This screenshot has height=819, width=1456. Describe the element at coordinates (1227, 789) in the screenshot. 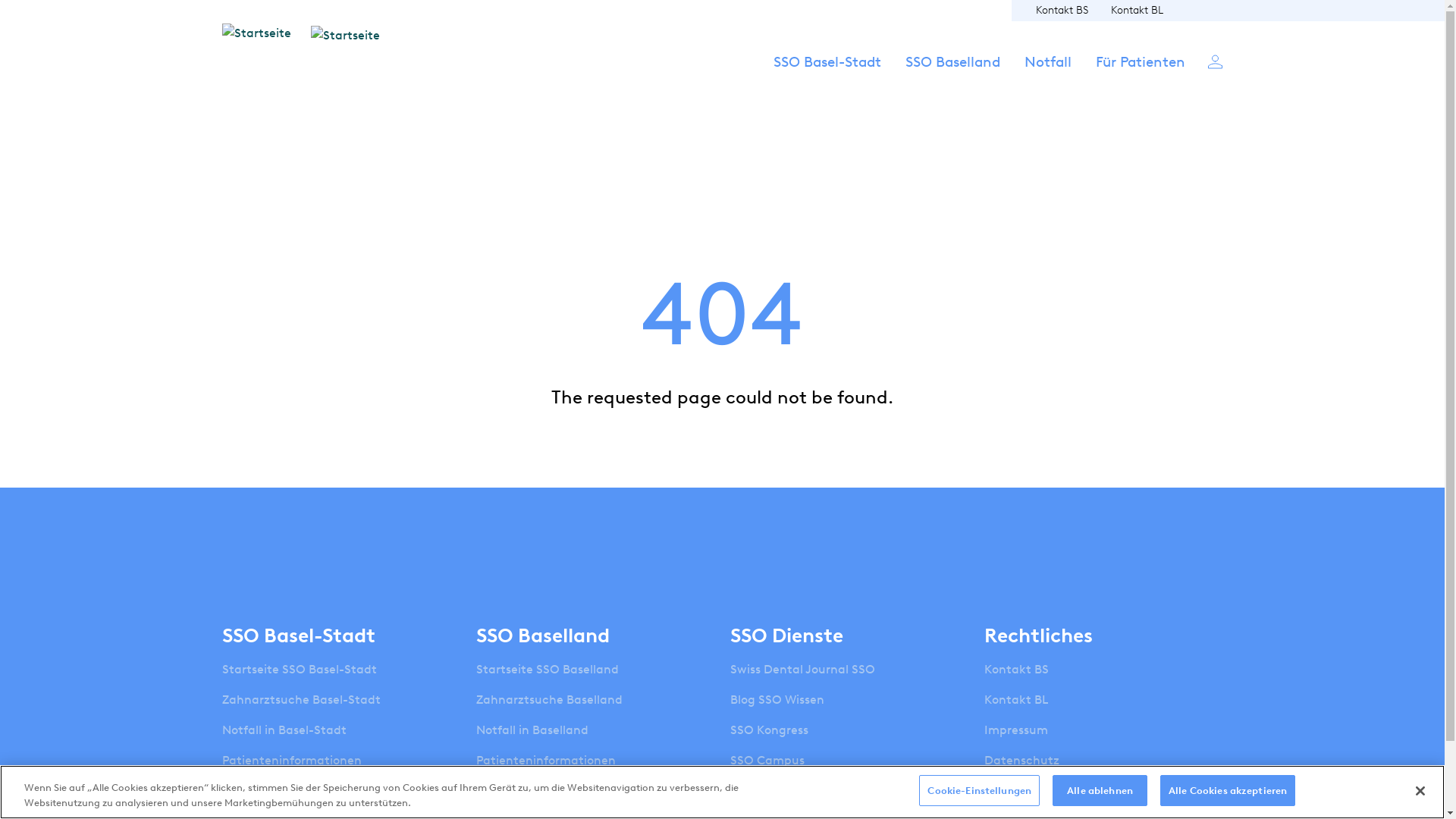

I see `'Alle Cookies akzeptieren'` at that location.